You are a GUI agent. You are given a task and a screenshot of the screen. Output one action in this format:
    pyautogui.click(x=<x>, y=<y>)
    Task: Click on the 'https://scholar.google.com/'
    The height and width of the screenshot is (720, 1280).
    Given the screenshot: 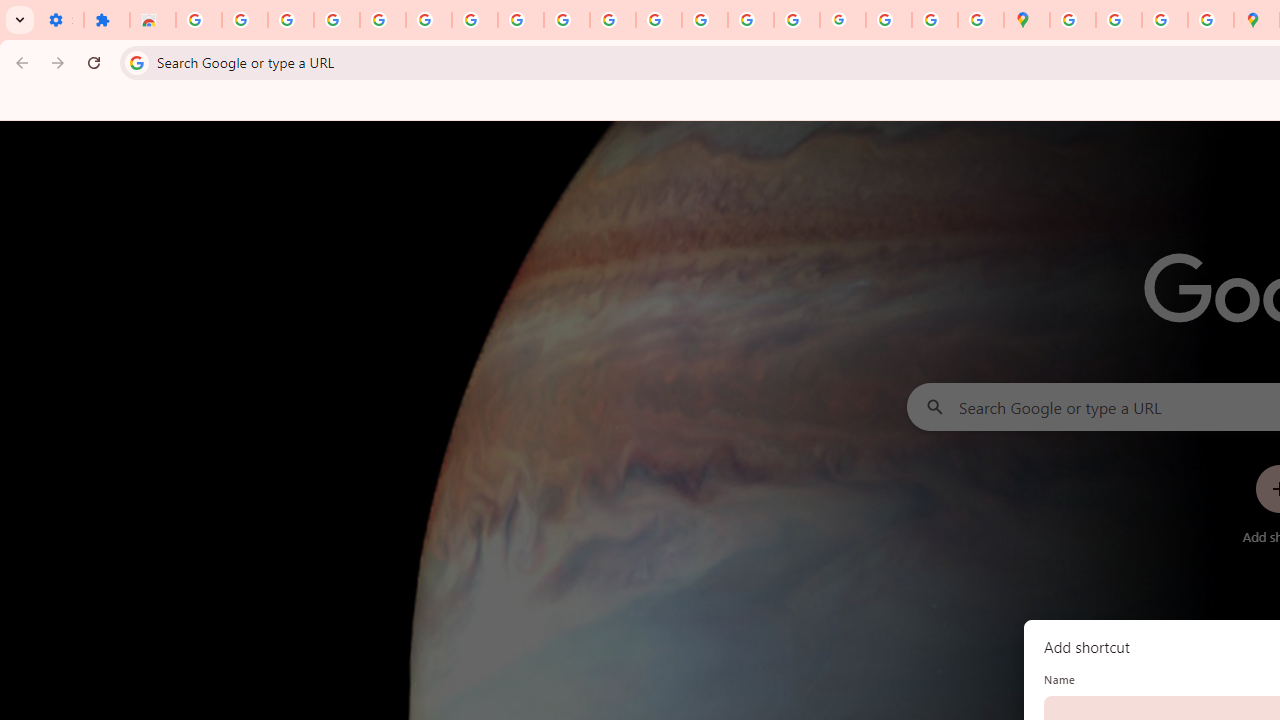 What is the action you would take?
    pyautogui.click(x=659, y=20)
    